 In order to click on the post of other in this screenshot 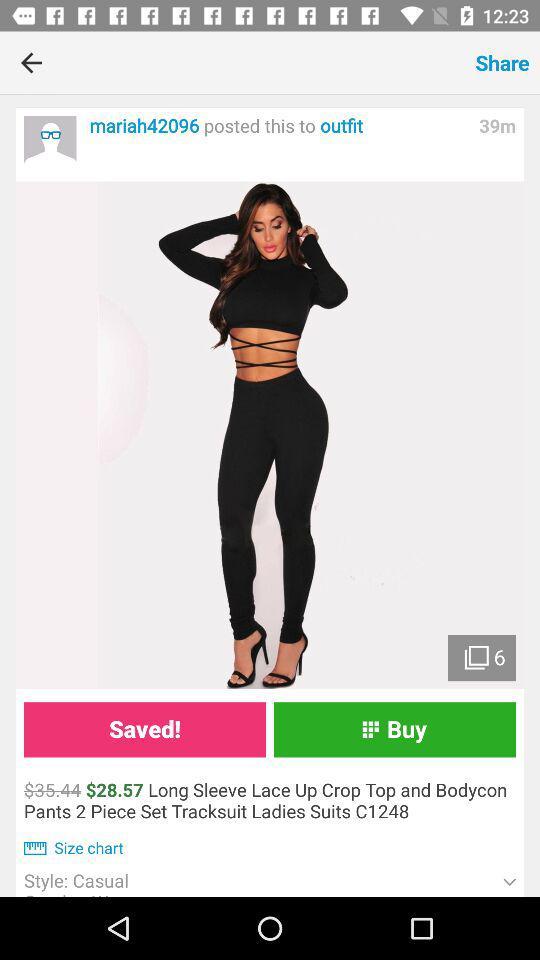, I will do `click(50, 141)`.